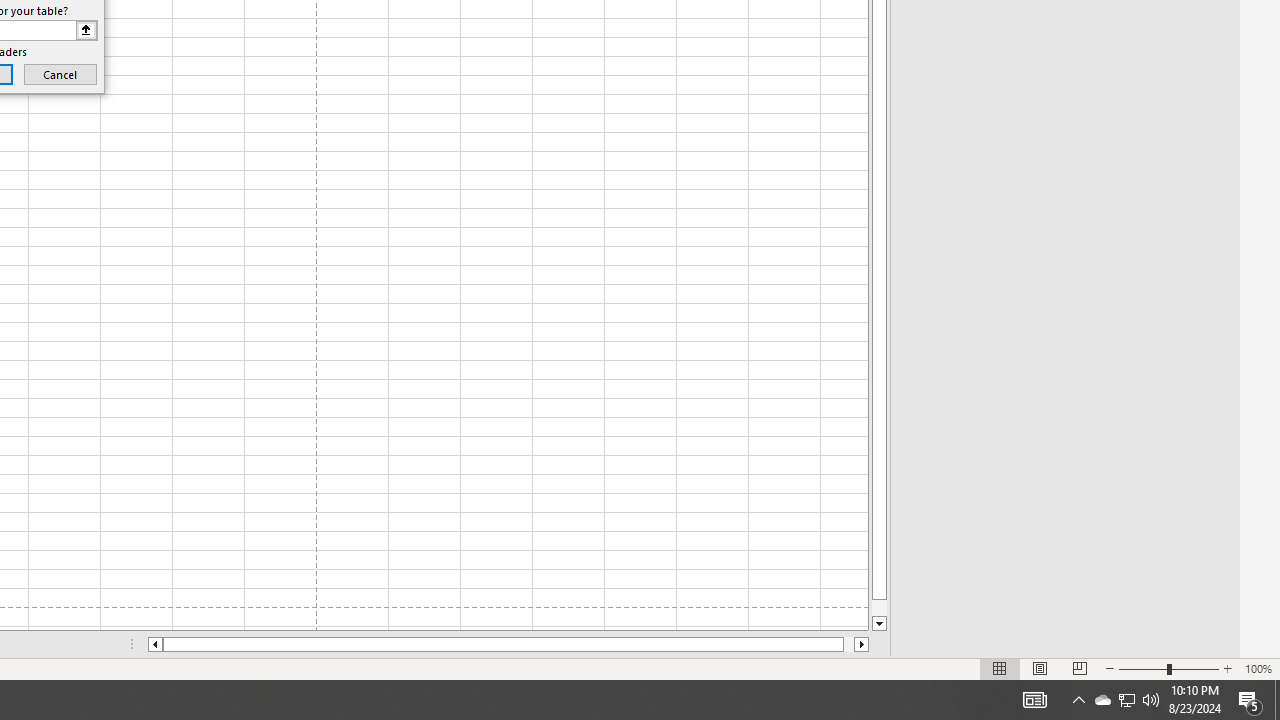 The width and height of the screenshot is (1280, 720). I want to click on 'Normal', so click(1000, 669).